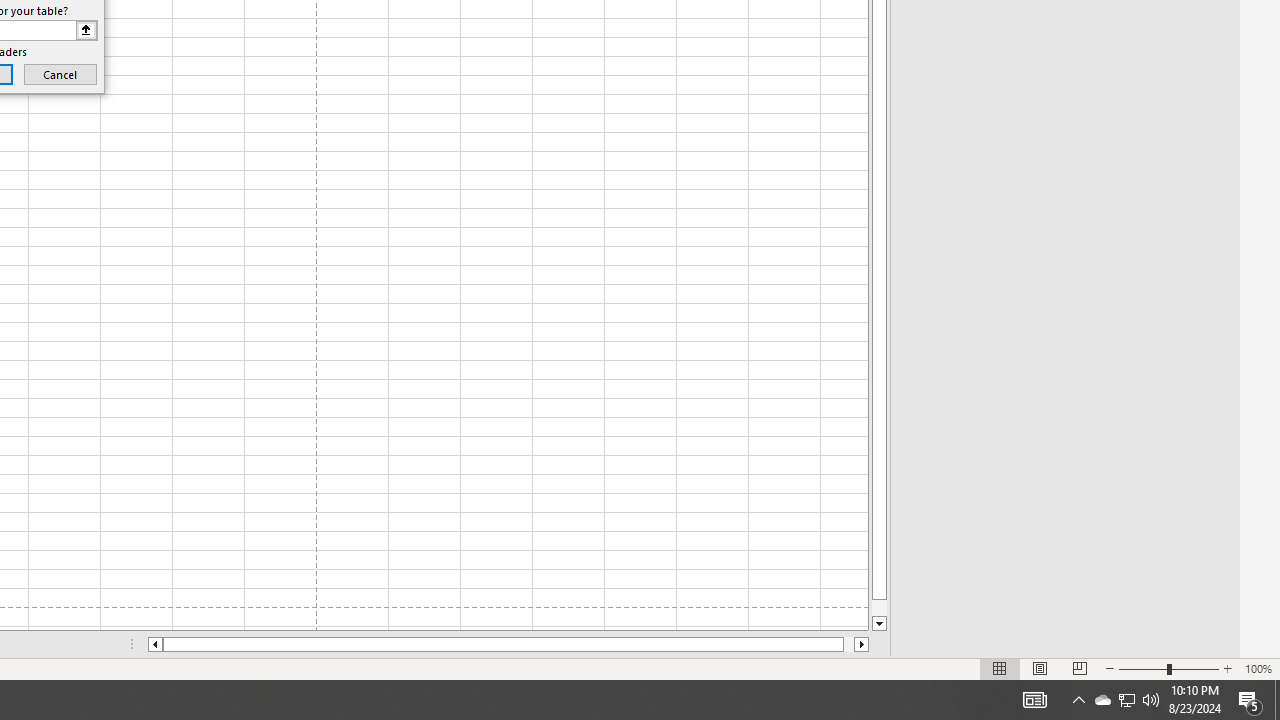 The width and height of the screenshot is (1280, 720). I want to click on 'Normal', so click(1000, 669).